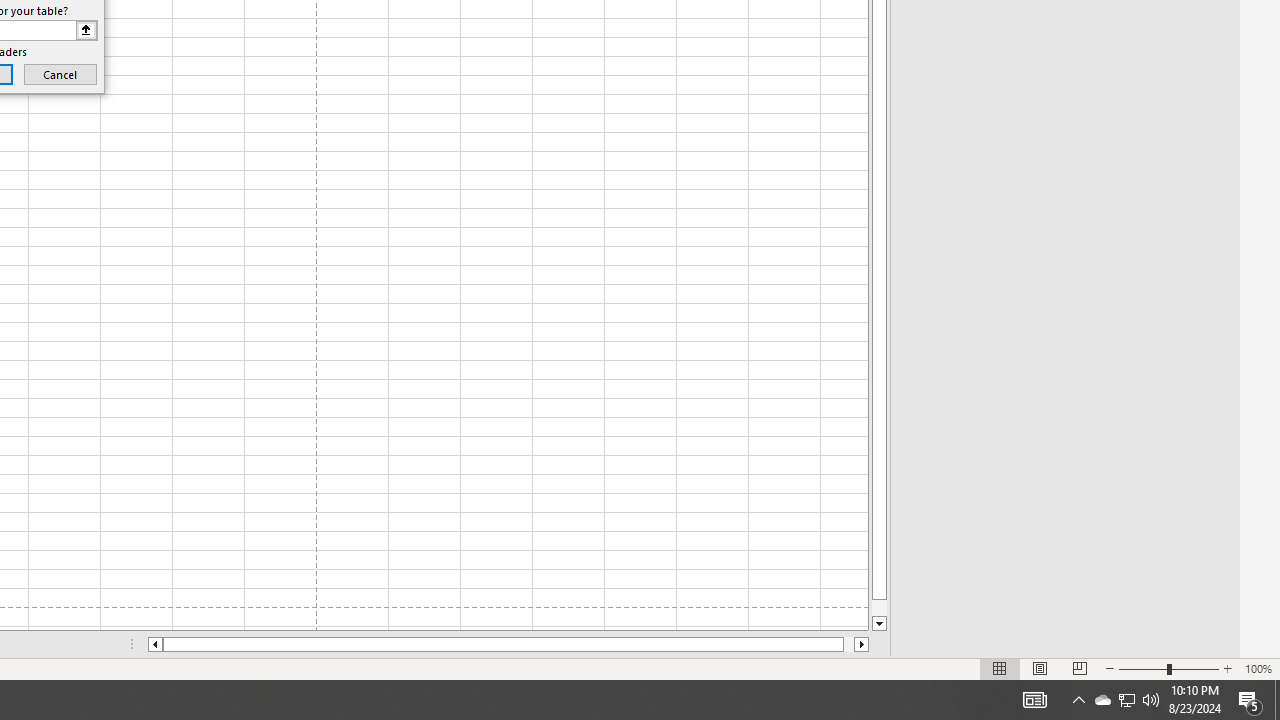 The width and height of the screenshot is (1280, 720). I want to click on 'Normal', so click(1000, 669).